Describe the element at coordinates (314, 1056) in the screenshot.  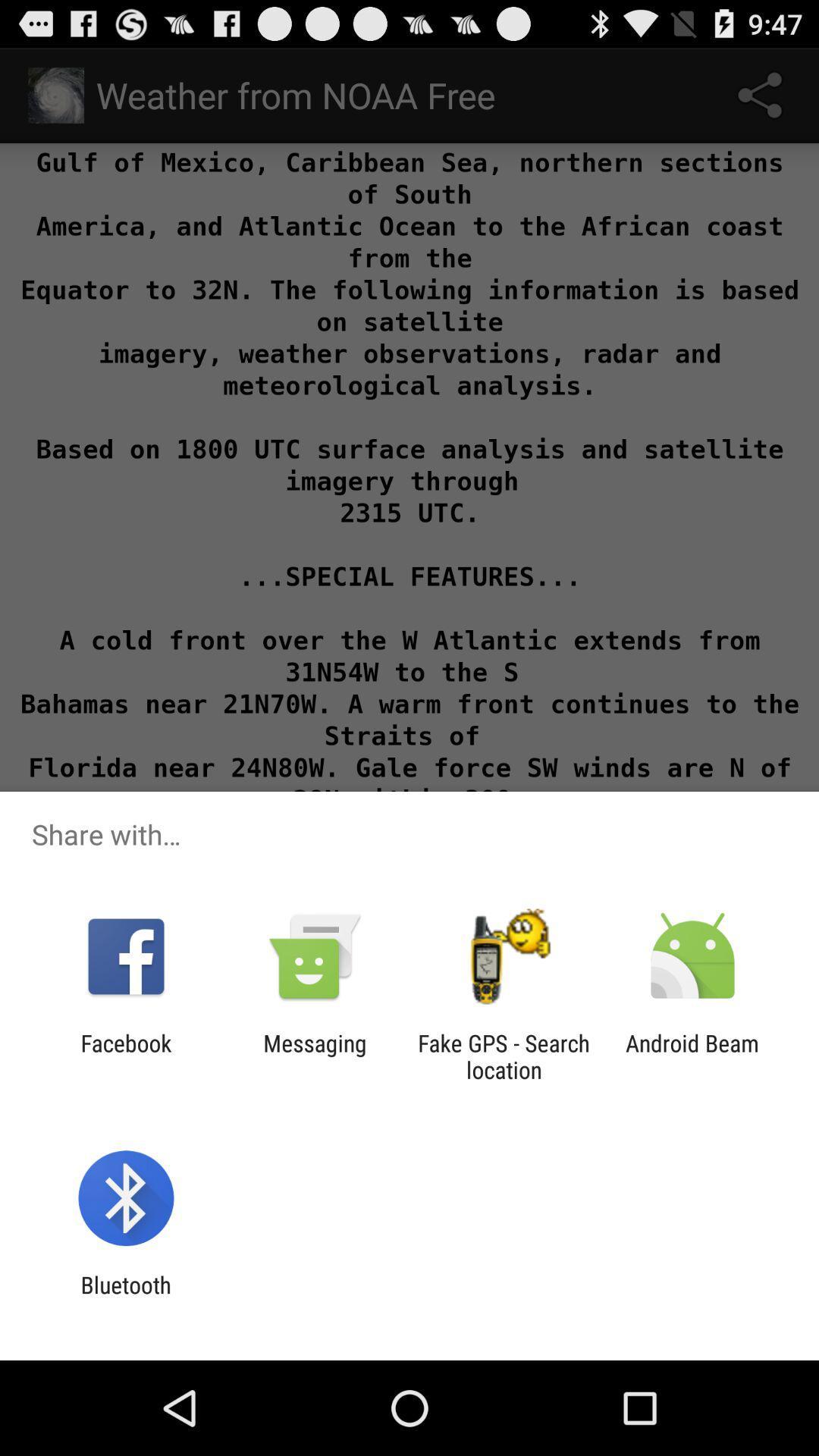
I see `app to the left of the fake gps search item` at that location.